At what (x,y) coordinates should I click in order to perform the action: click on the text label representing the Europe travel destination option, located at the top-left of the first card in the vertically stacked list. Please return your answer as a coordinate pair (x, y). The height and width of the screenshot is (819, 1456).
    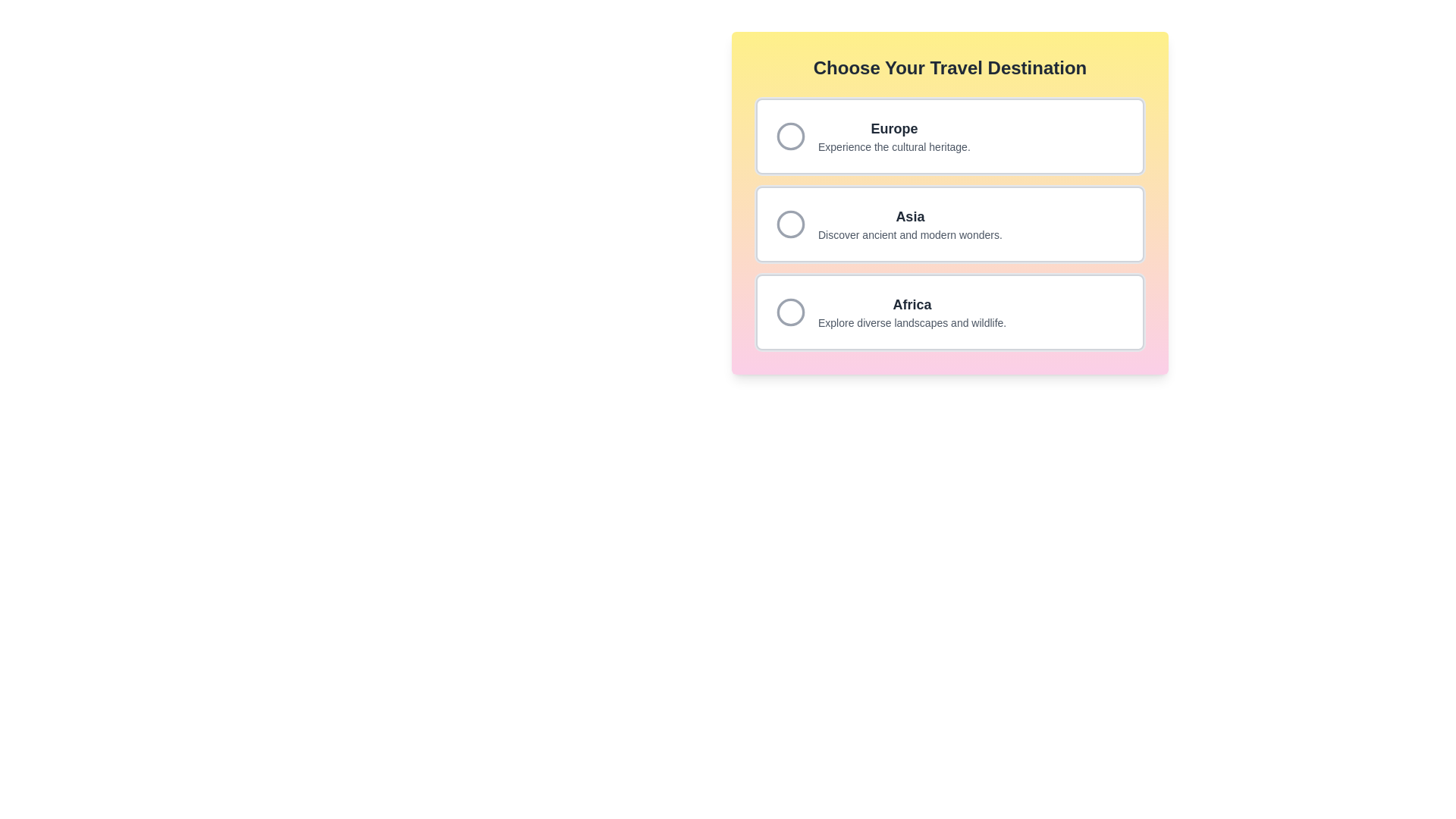
    Looking at the image, I should click on (894, 127).